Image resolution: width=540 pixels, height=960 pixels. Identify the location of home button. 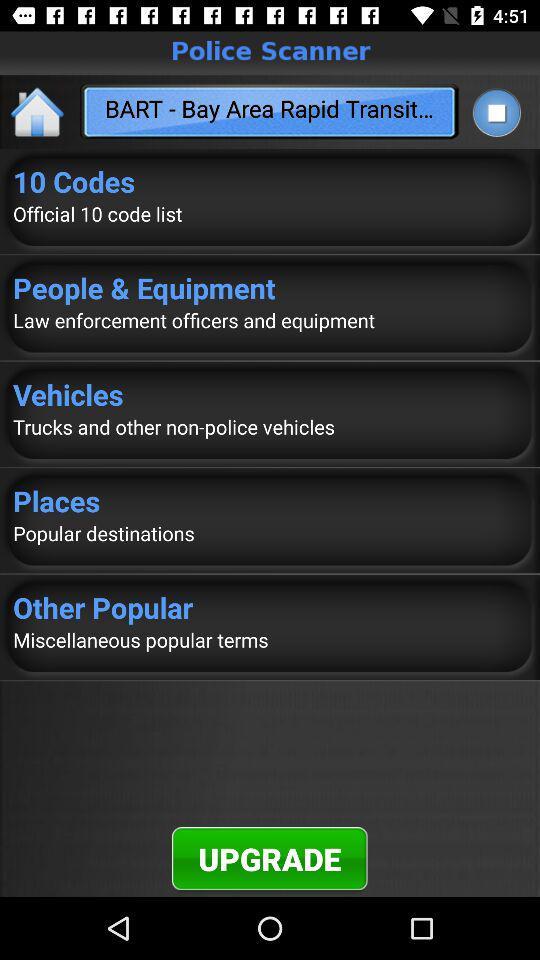
(38, 111).